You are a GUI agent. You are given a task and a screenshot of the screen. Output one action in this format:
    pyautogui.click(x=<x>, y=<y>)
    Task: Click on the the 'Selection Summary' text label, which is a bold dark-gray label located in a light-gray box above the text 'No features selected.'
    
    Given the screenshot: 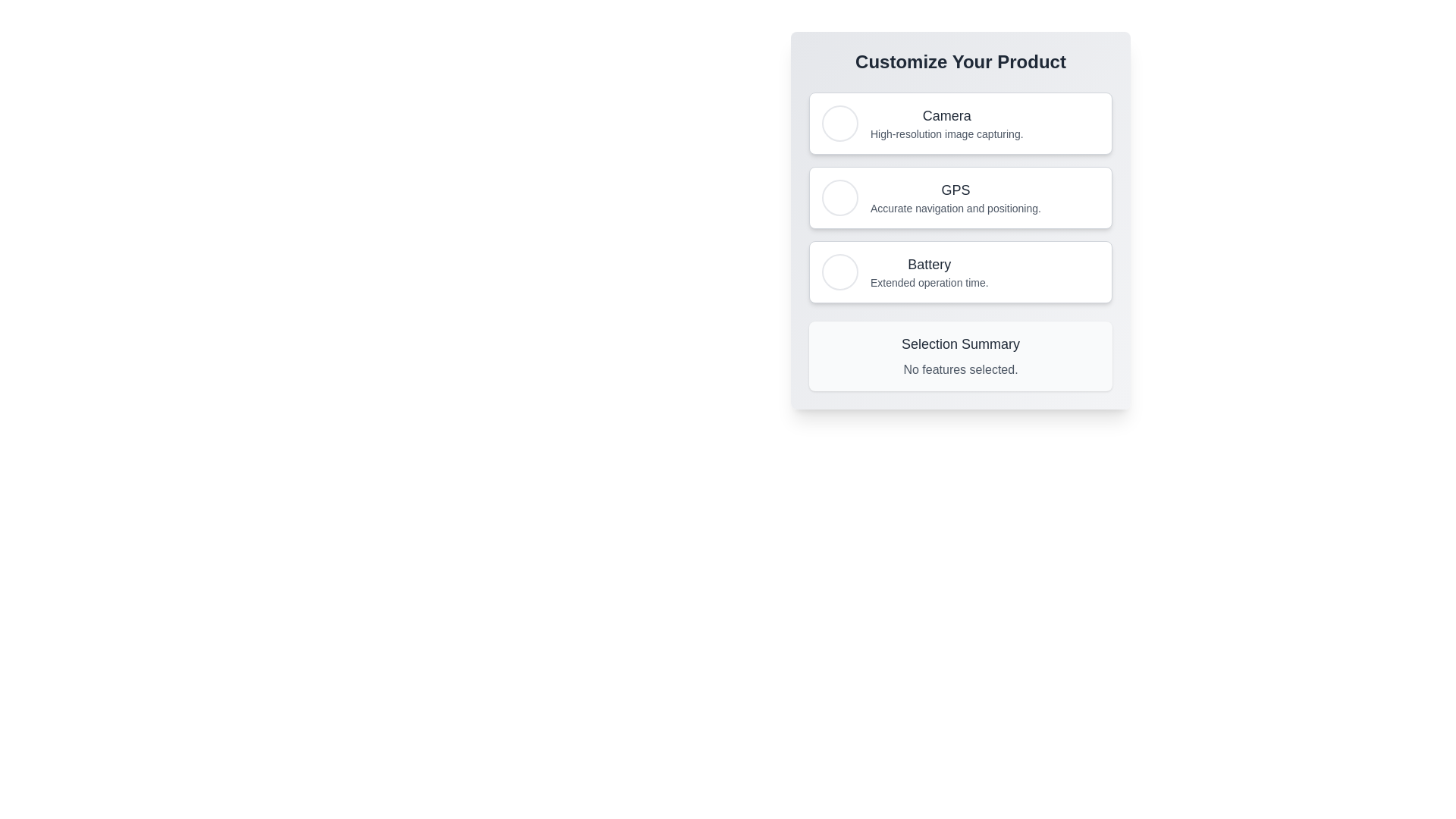 What is the action you would take?
    pyautogui.click(x=960, y=344)
    